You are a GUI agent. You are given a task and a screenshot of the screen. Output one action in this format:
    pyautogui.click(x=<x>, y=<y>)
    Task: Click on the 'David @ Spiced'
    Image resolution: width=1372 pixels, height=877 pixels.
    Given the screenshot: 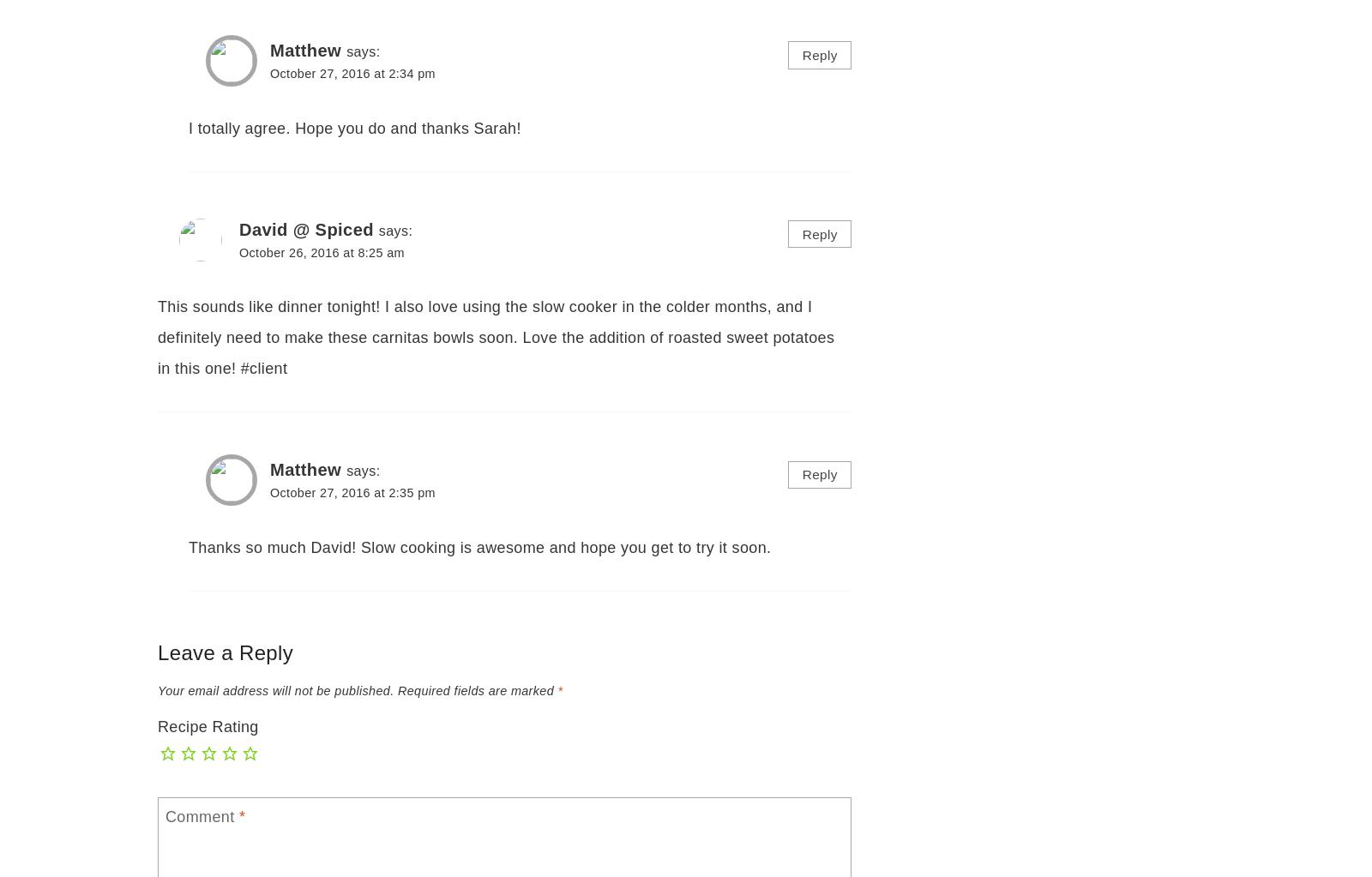 What is the action you would take?
    pyautogui.click(x=239, y=229)
    